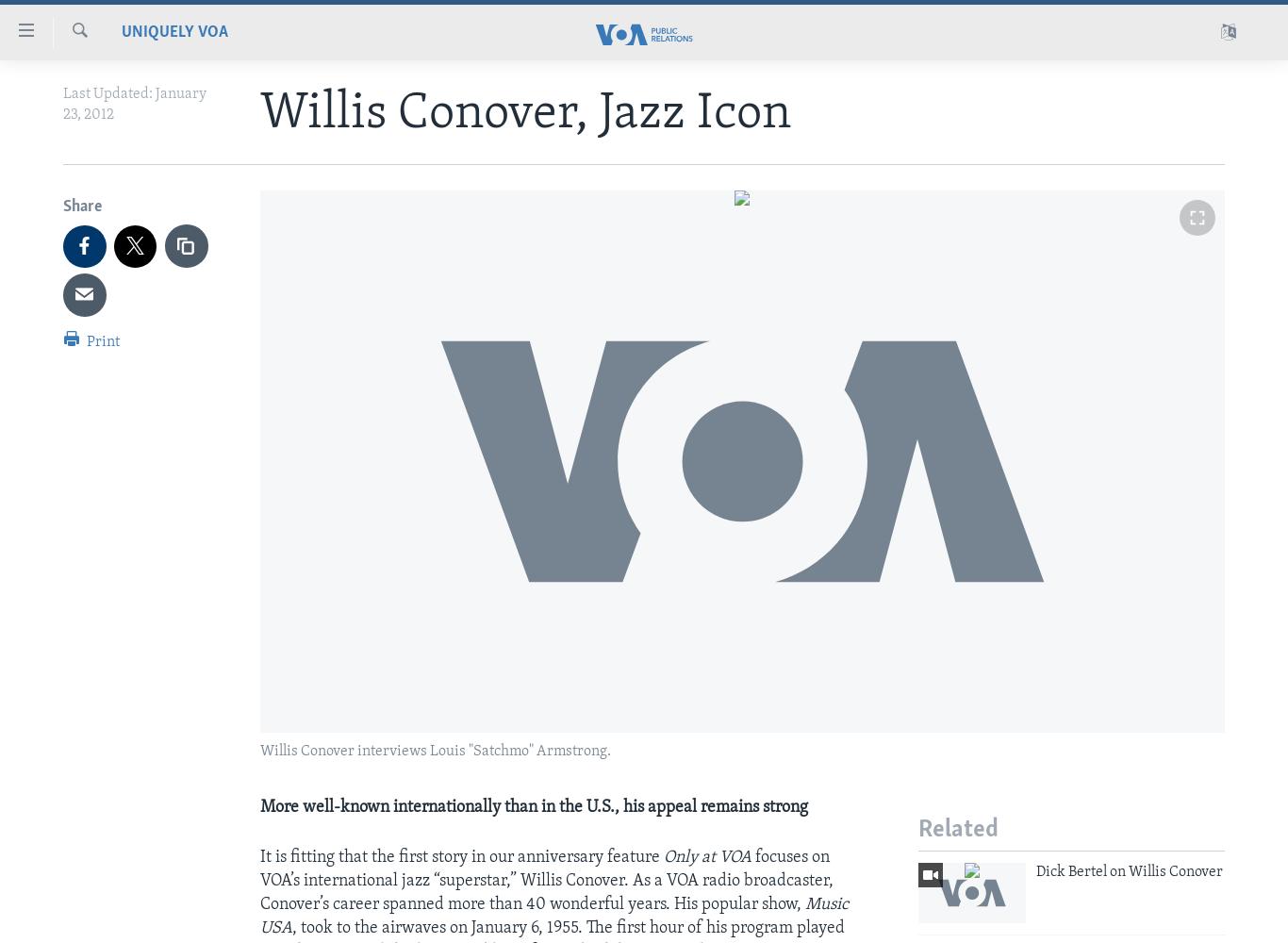  What do you see at coordinates (134, 104) in the screenshot?
I see `'Last Updated: January 23, 2012'` at bounding box center [134, 104].